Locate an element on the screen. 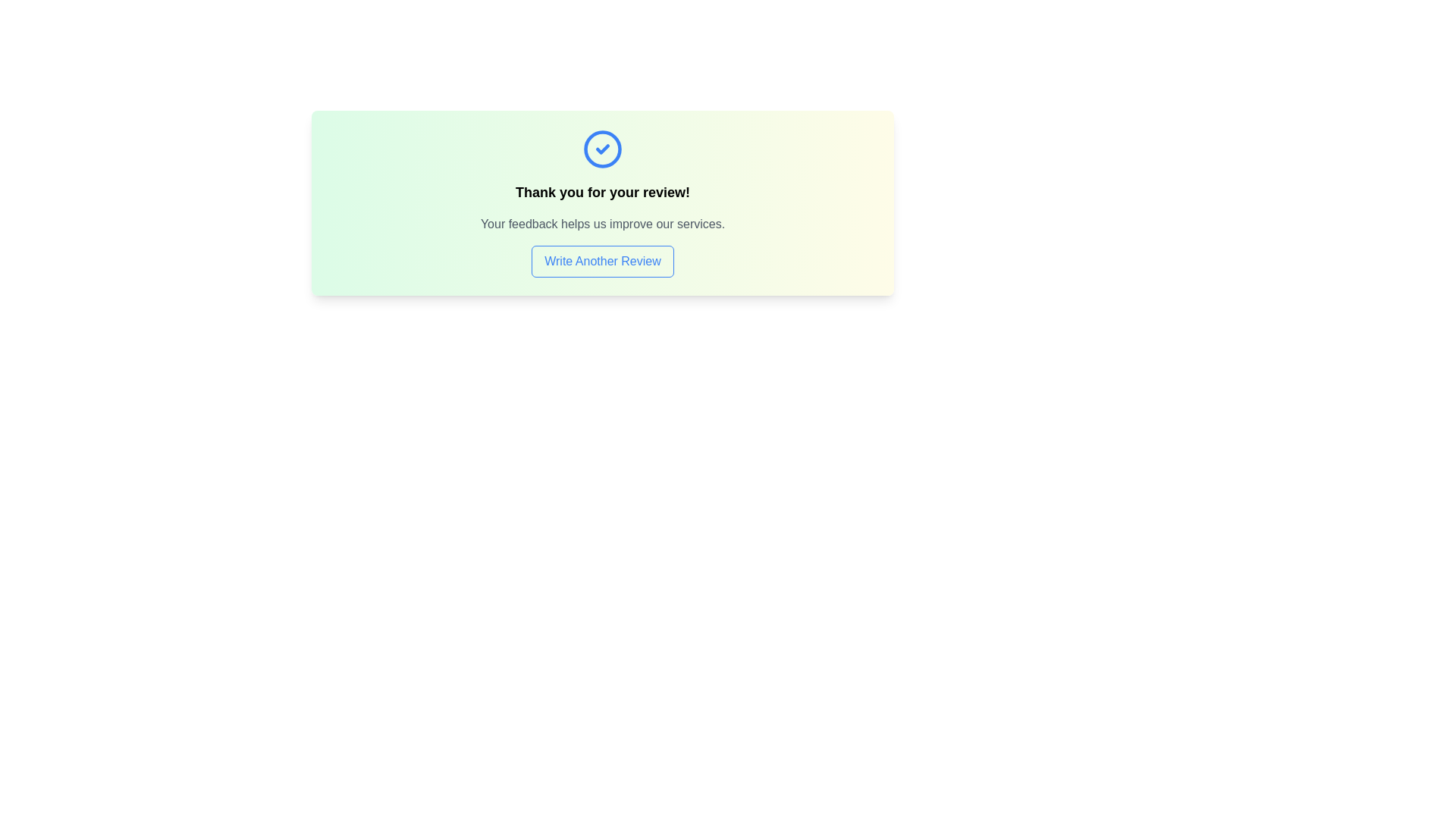 This screenshot has width=1456, height=819. text within the card that has a gradient background from yellow to green, featuring a blue circle with a white checkmark, bold text 'Thank you for your review!', and smaller text 'Your feedback helps us improve our services.' is located at coordinates (602, 202).